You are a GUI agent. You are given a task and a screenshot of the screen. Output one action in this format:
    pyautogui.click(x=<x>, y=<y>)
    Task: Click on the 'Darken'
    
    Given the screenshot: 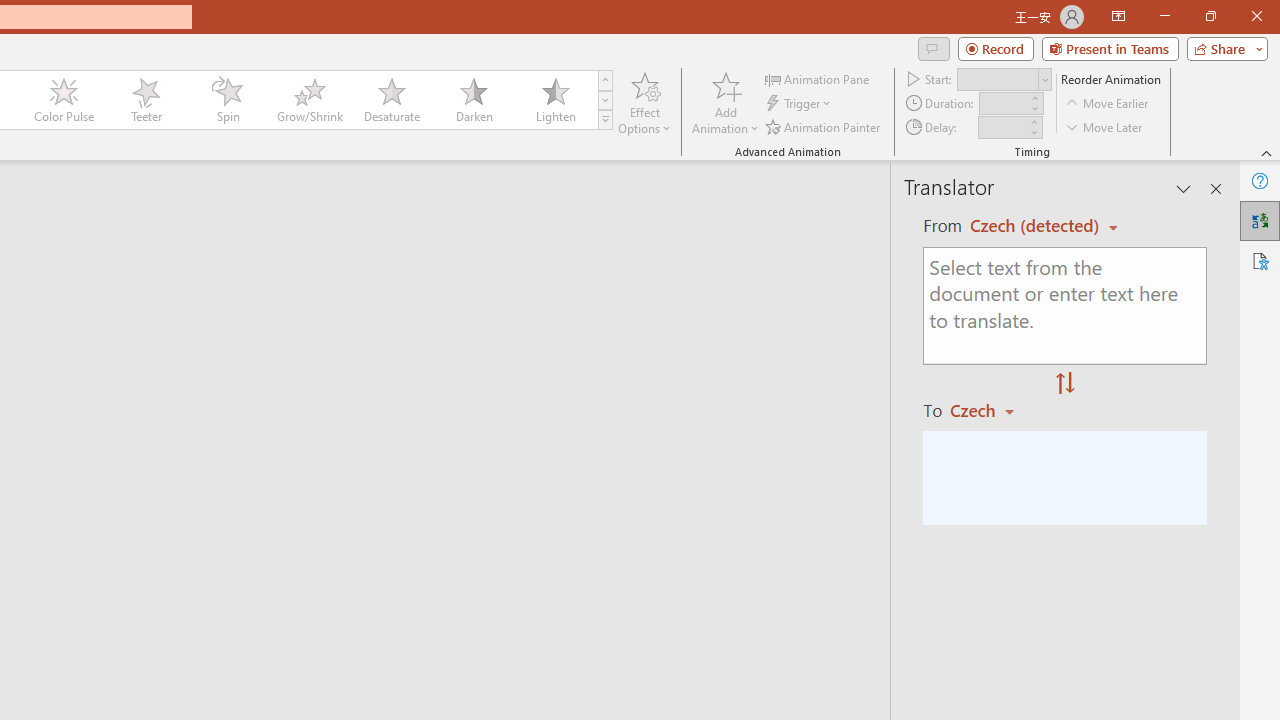 What is the action you would take?
    pyautogui.click(x=472, y=100)
    